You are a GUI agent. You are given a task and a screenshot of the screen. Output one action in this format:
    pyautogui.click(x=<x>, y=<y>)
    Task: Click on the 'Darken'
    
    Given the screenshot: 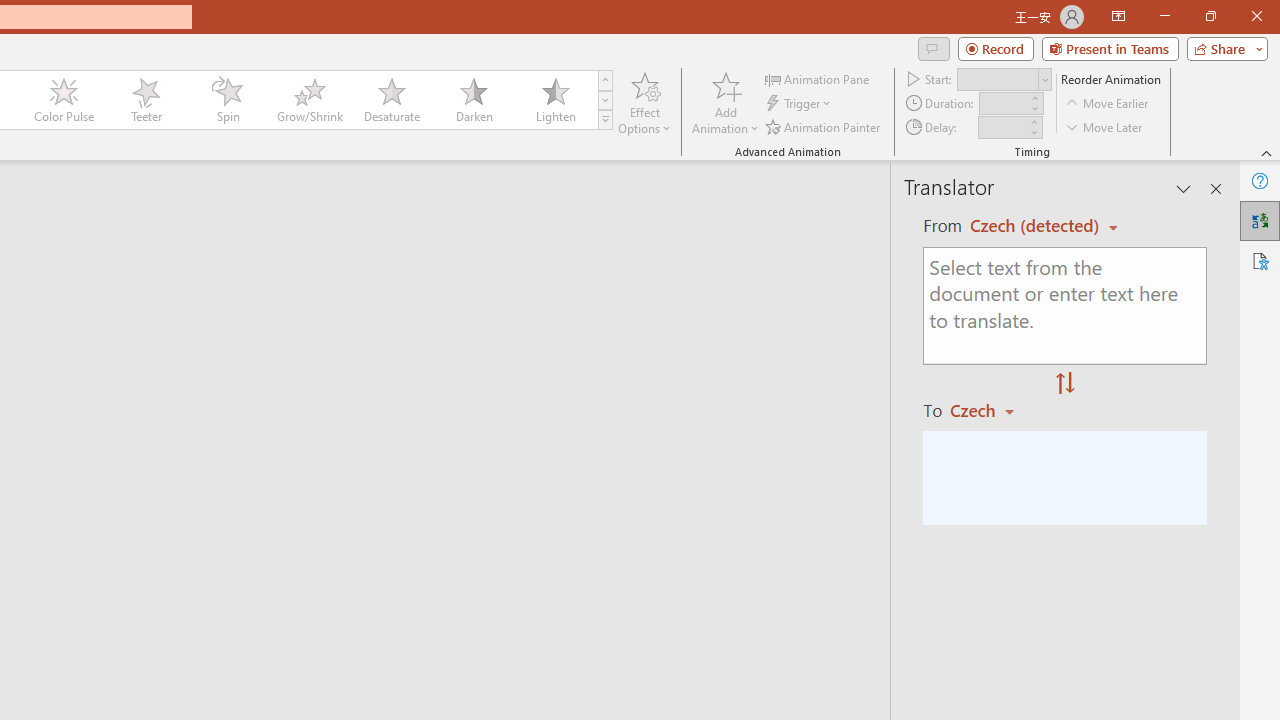 What is the action you would take?
    pyautogui.click(x=472, y=100)
    